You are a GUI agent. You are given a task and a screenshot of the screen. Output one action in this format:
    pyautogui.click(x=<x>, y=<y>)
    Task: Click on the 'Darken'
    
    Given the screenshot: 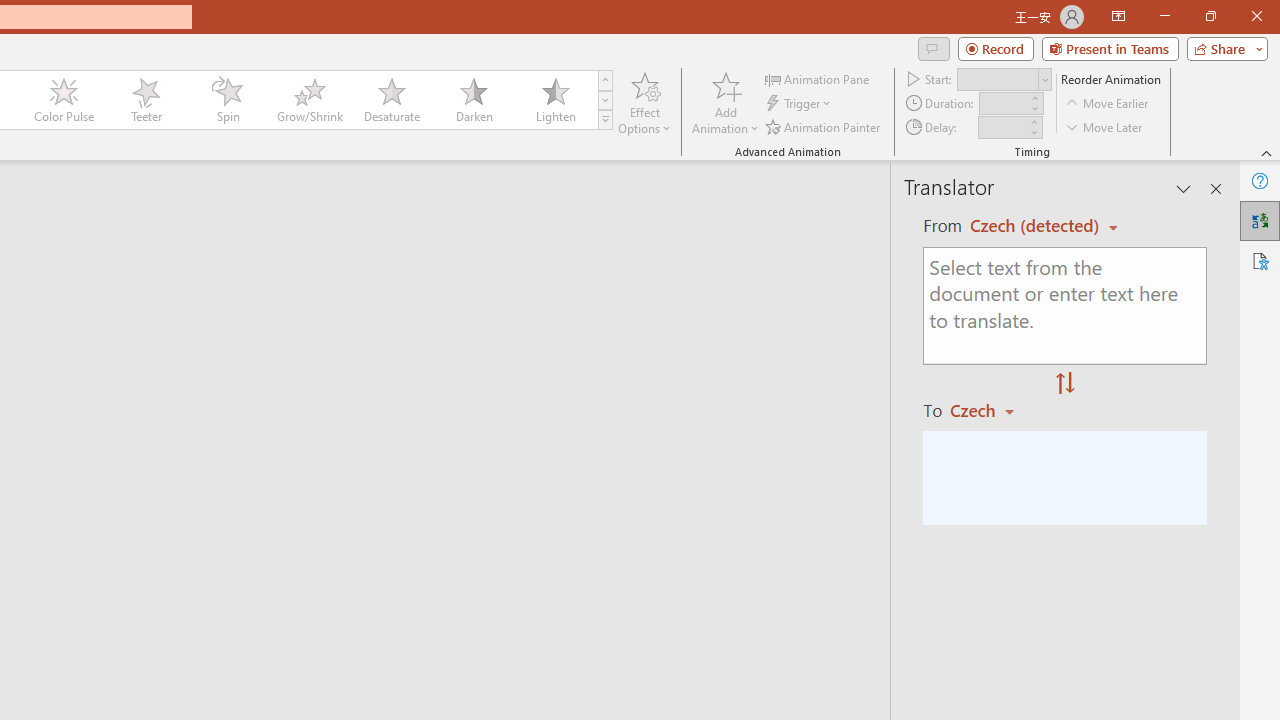 What is the action you would take?
    pyautogui.click(x=472, y=100)
    